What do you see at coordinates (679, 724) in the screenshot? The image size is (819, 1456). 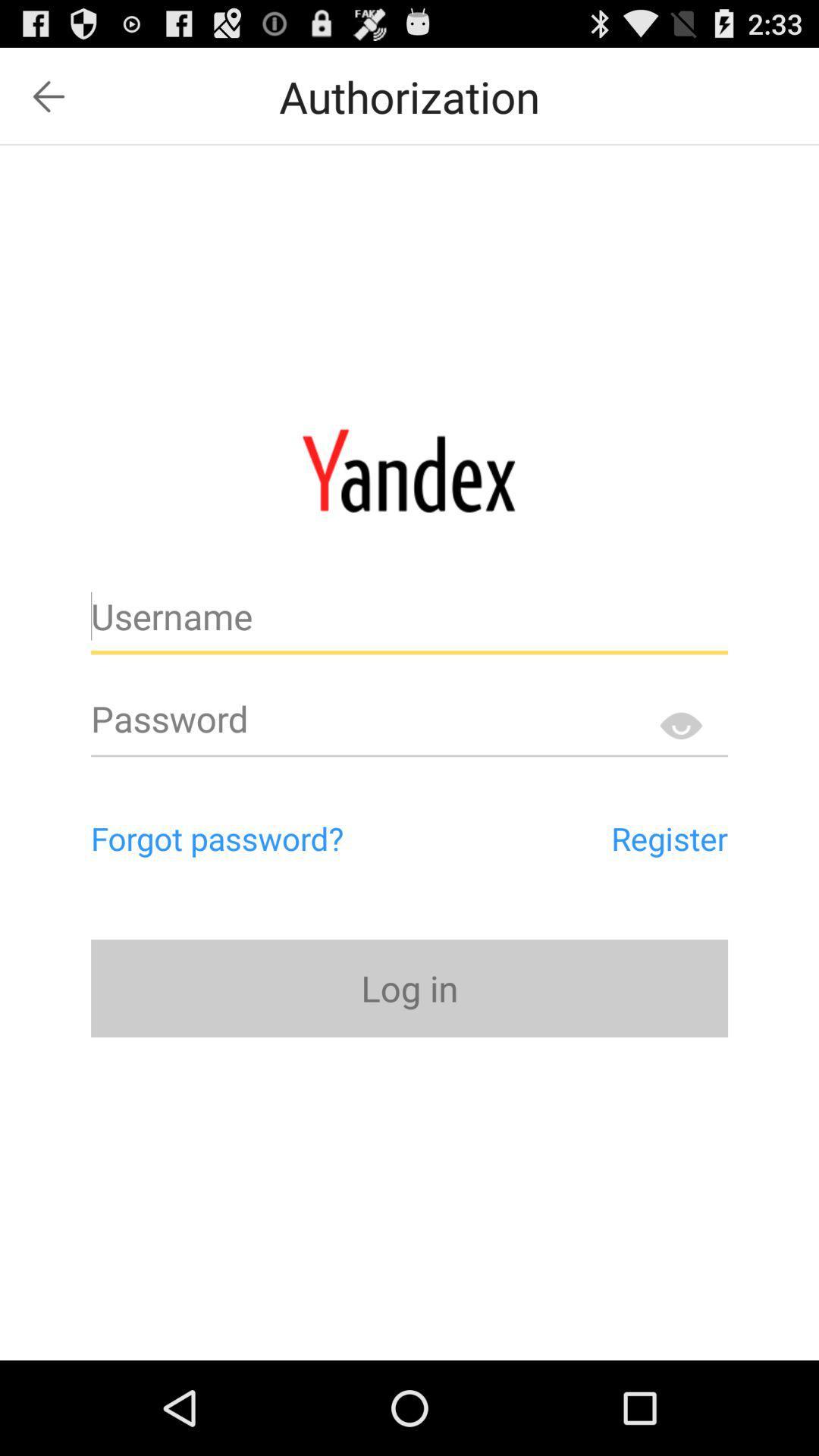 I see `encrypted password` at bounding box center [679, 724].